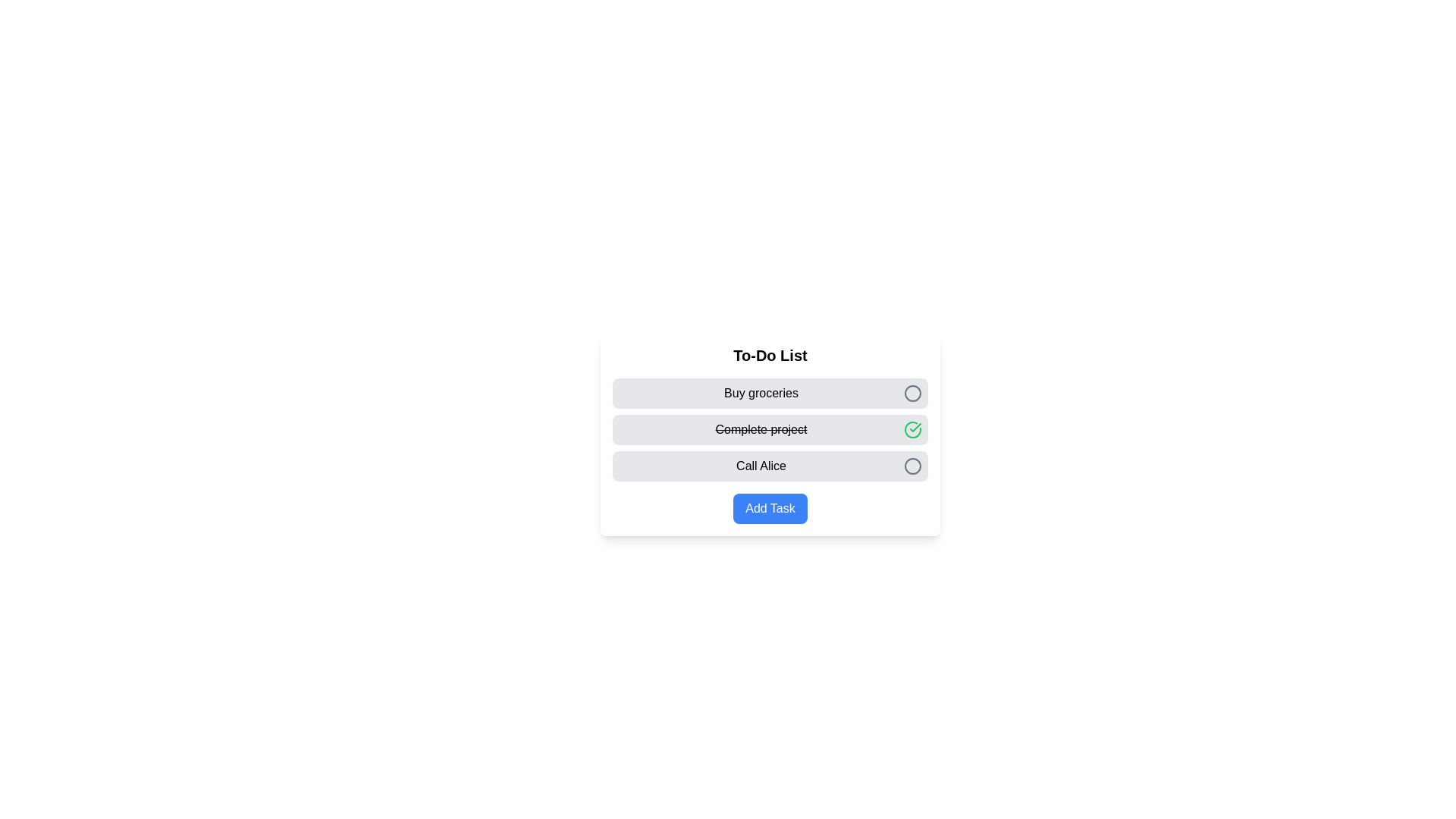 Image resolution: width=1456 pixels, height=819 pixels. Describe the element at coordinates (770, 430) in the screenshot. I see `the second task item in the to-do list that has a light grey background, rounded corners, and contains the text 'Complete project' with a strike-through font style, along with a green checkmark icon to the right` at that location.